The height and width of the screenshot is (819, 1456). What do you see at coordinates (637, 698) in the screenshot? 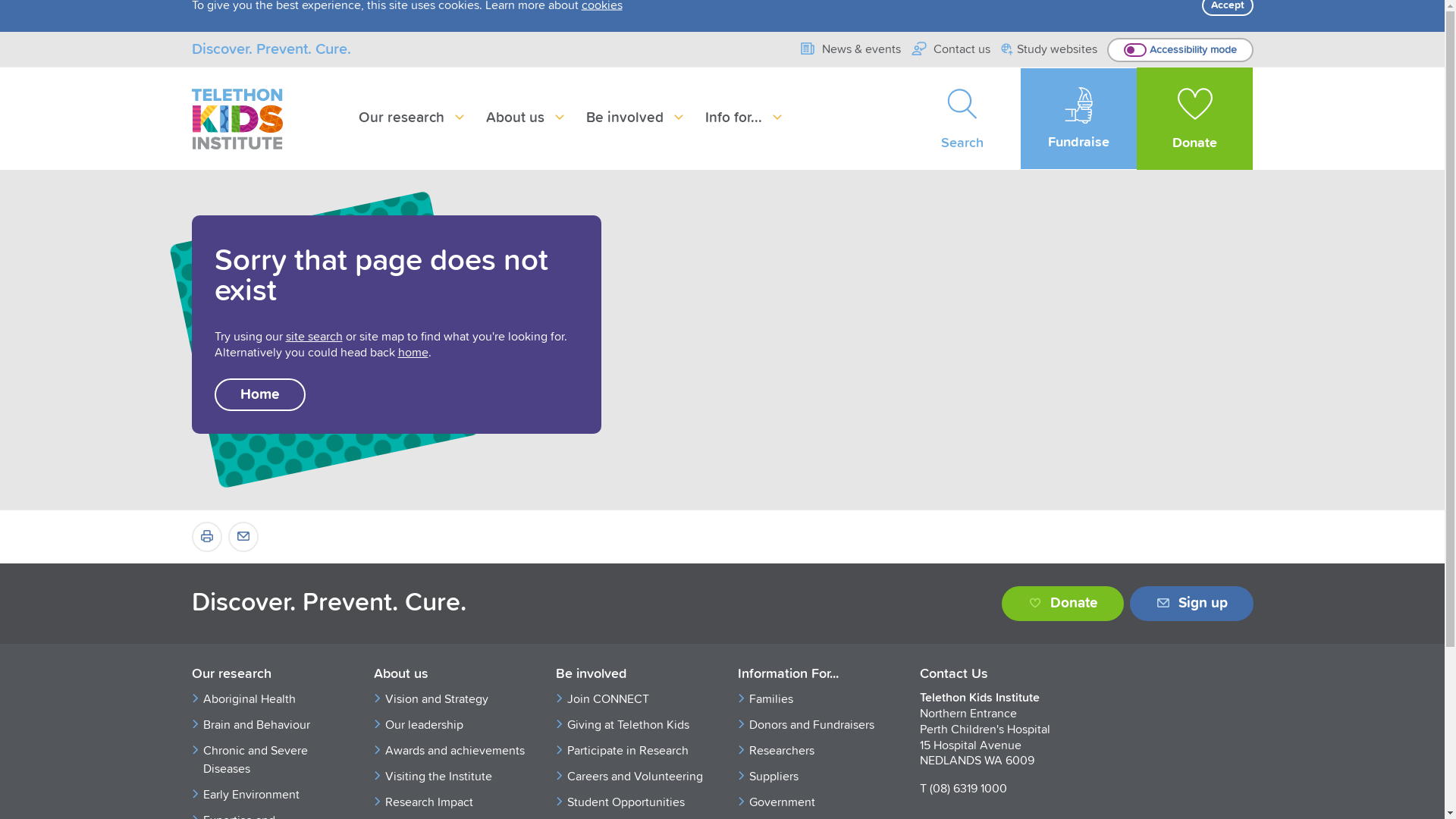
I see `'Join CONNECT'` at bounding box center [637, 698].